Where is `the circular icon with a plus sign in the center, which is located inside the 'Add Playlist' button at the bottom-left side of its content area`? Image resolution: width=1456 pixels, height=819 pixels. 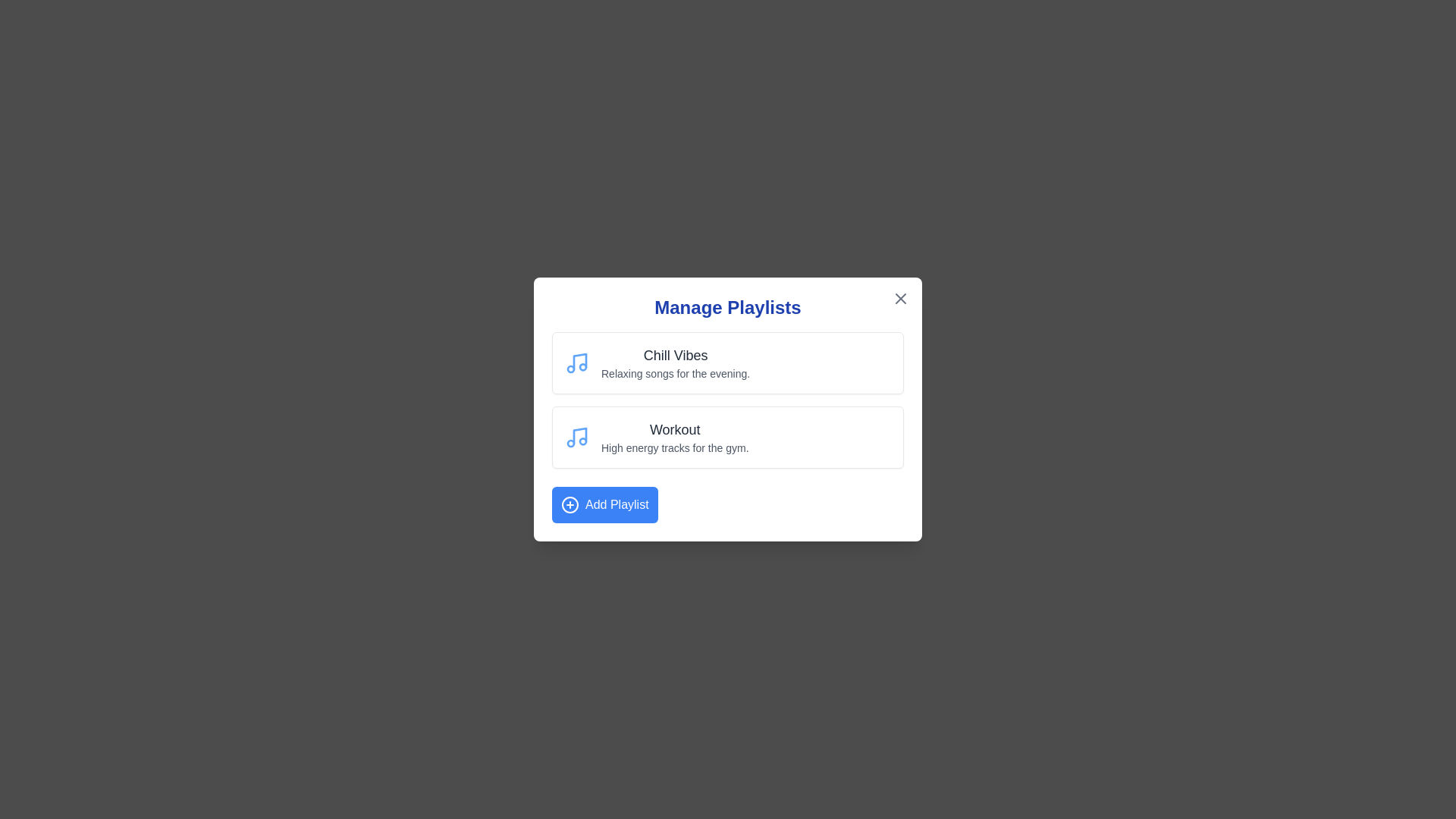
the circular icon with a plus sign in the center, which is located inside the 'Add Playlist' button at the bottom-left side of its content area is located at coordinates (570, 505).